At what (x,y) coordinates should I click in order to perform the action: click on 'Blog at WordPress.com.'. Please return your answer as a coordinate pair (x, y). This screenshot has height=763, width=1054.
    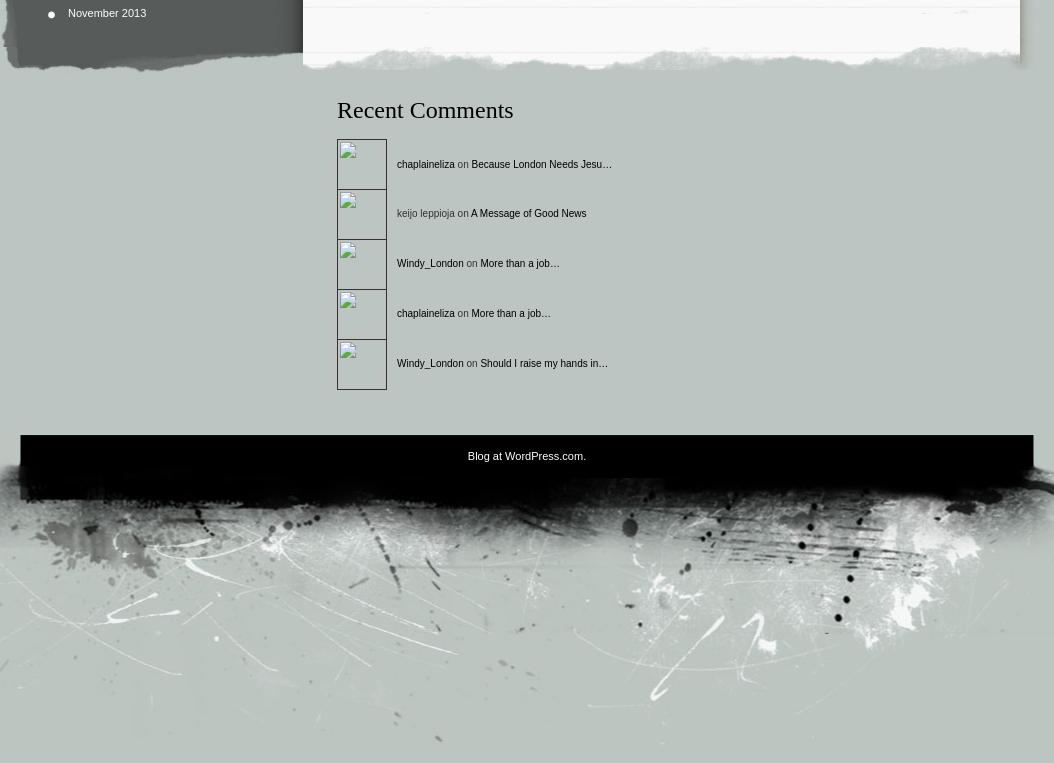
    Looking at the image, I should click on (467, 453).